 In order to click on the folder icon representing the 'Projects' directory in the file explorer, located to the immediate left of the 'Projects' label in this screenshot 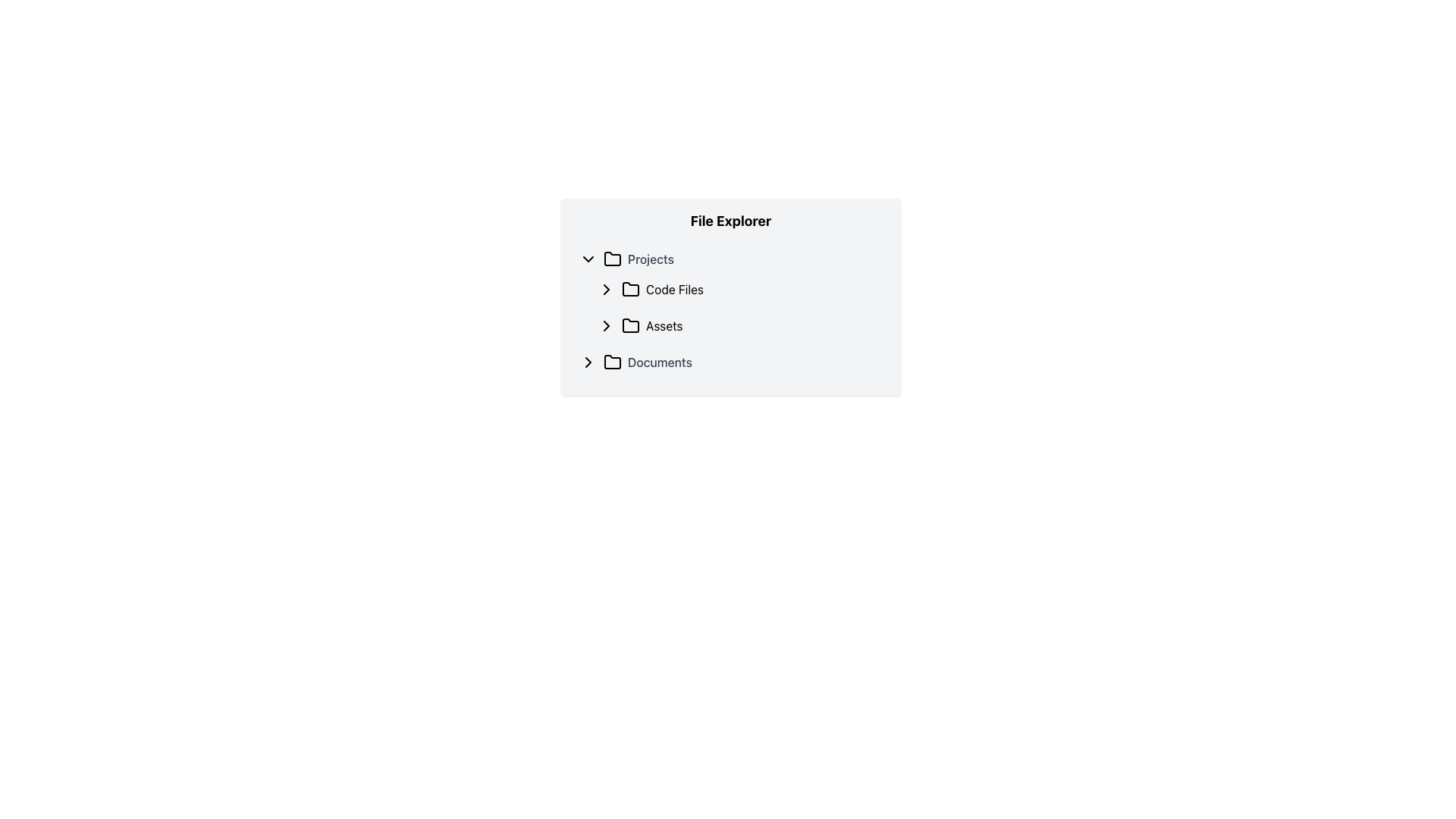, I will do `click(612, 258)`.